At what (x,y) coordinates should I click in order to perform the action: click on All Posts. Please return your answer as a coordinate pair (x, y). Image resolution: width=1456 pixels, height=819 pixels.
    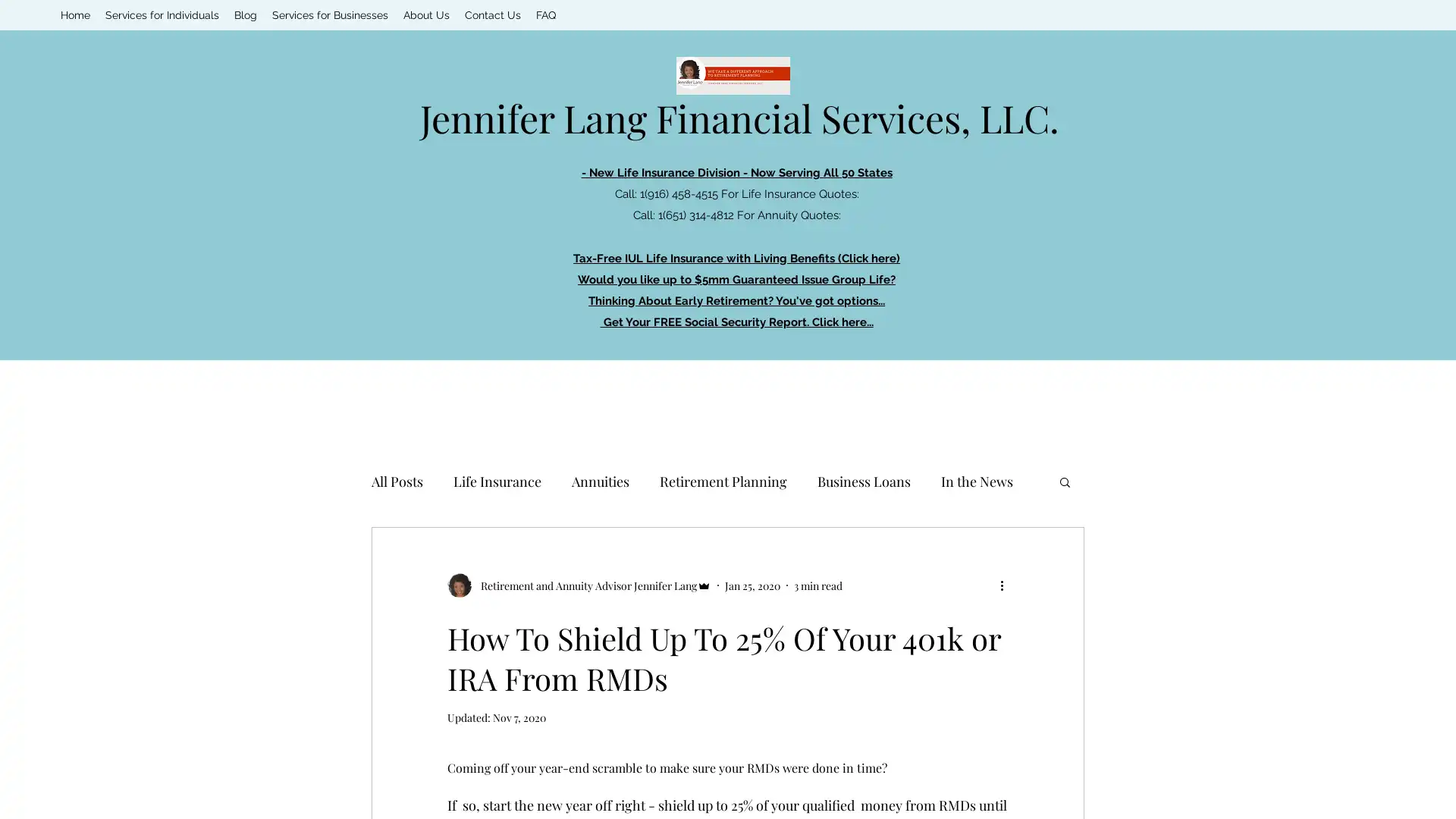
    Looking at the image, I should click on (397, 482).